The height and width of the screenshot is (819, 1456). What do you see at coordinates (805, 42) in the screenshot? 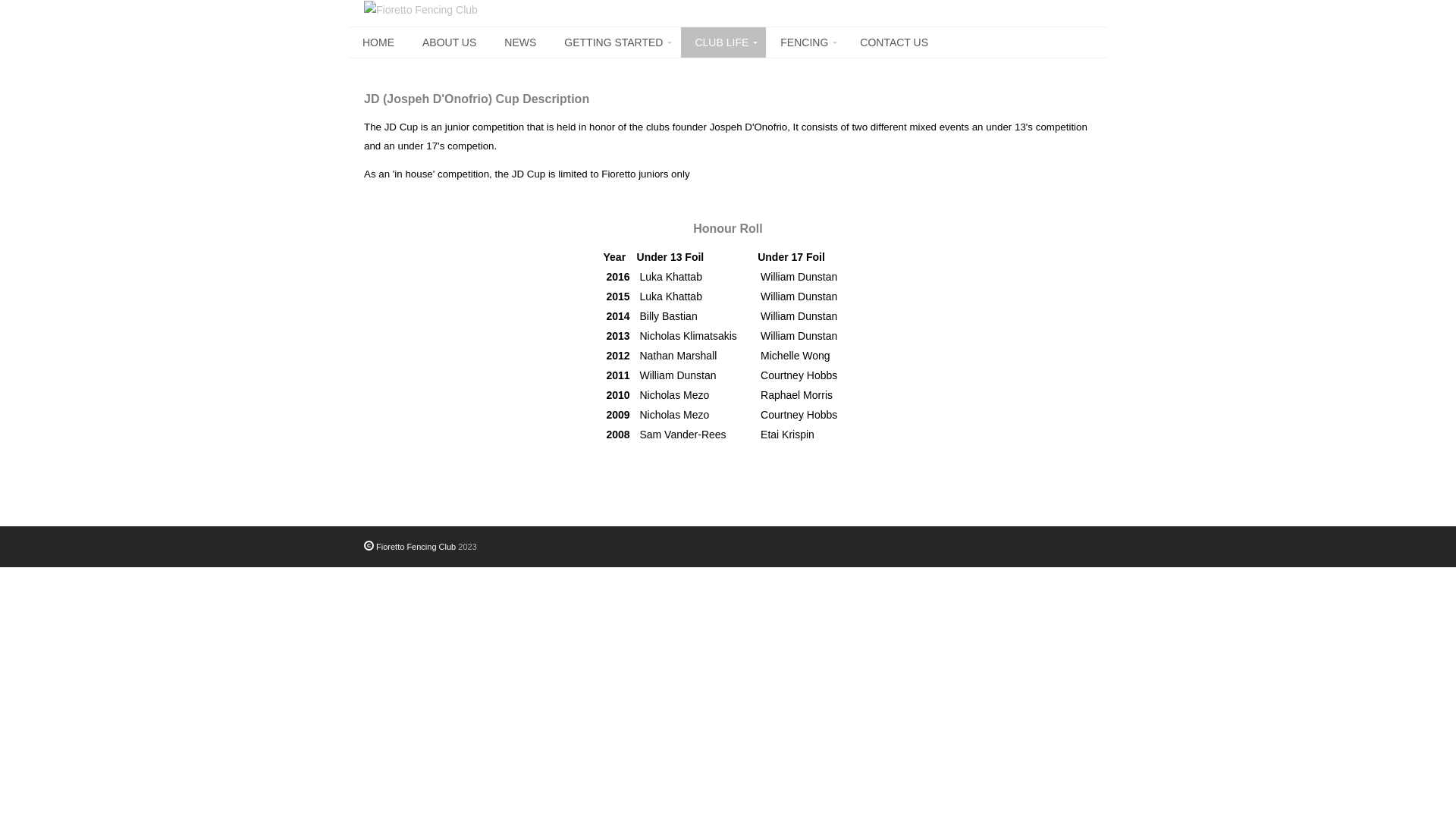
I see `'FENCING'` at bounding box center [805, 42].